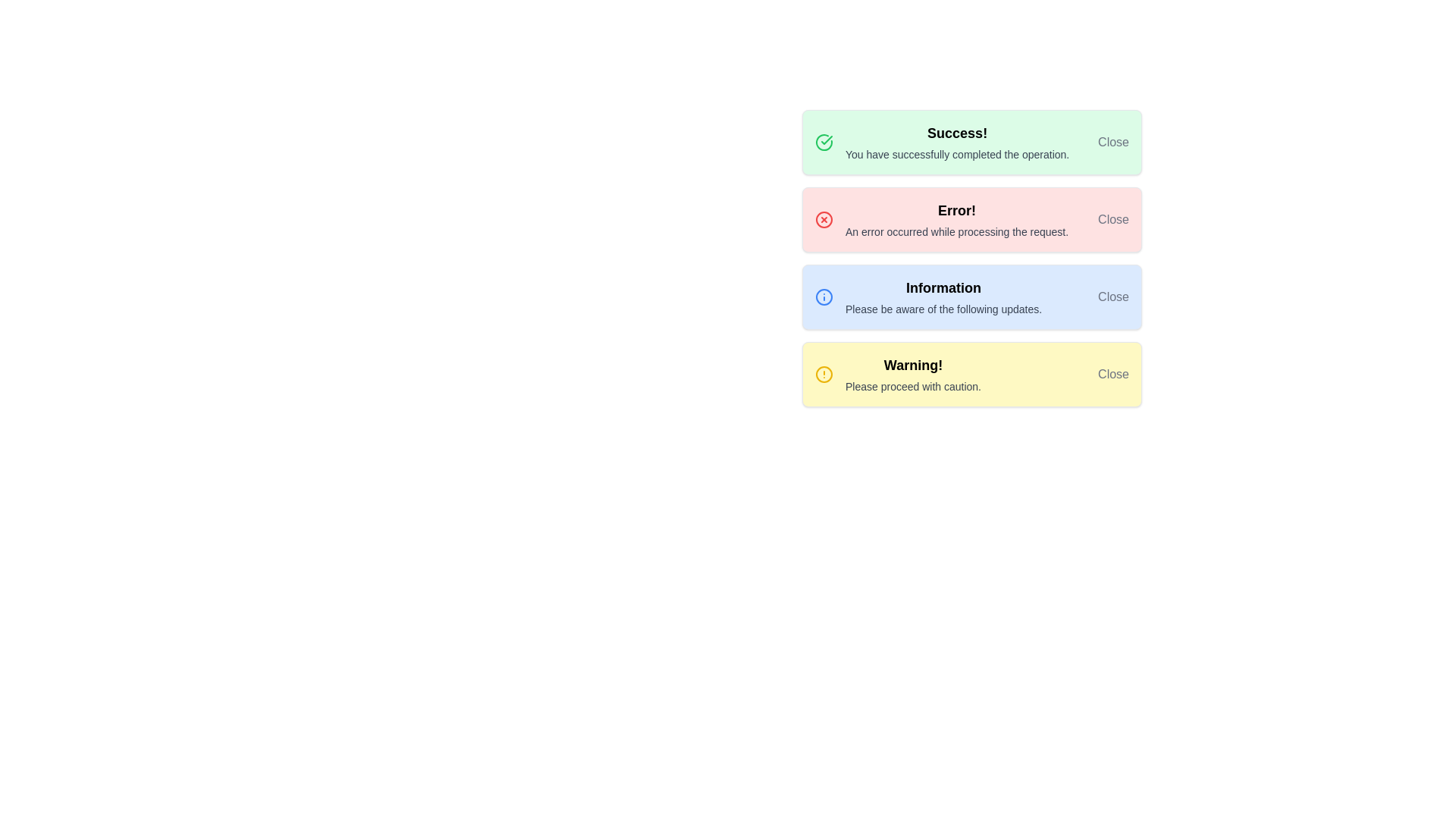 The height and width of the screenshot is (819, 1456). I want to click on the Informational text component, which is a blue rectangular section containing bold text 'Information' and standard text 'Please be aware of the following updates.', so click(943, 297).